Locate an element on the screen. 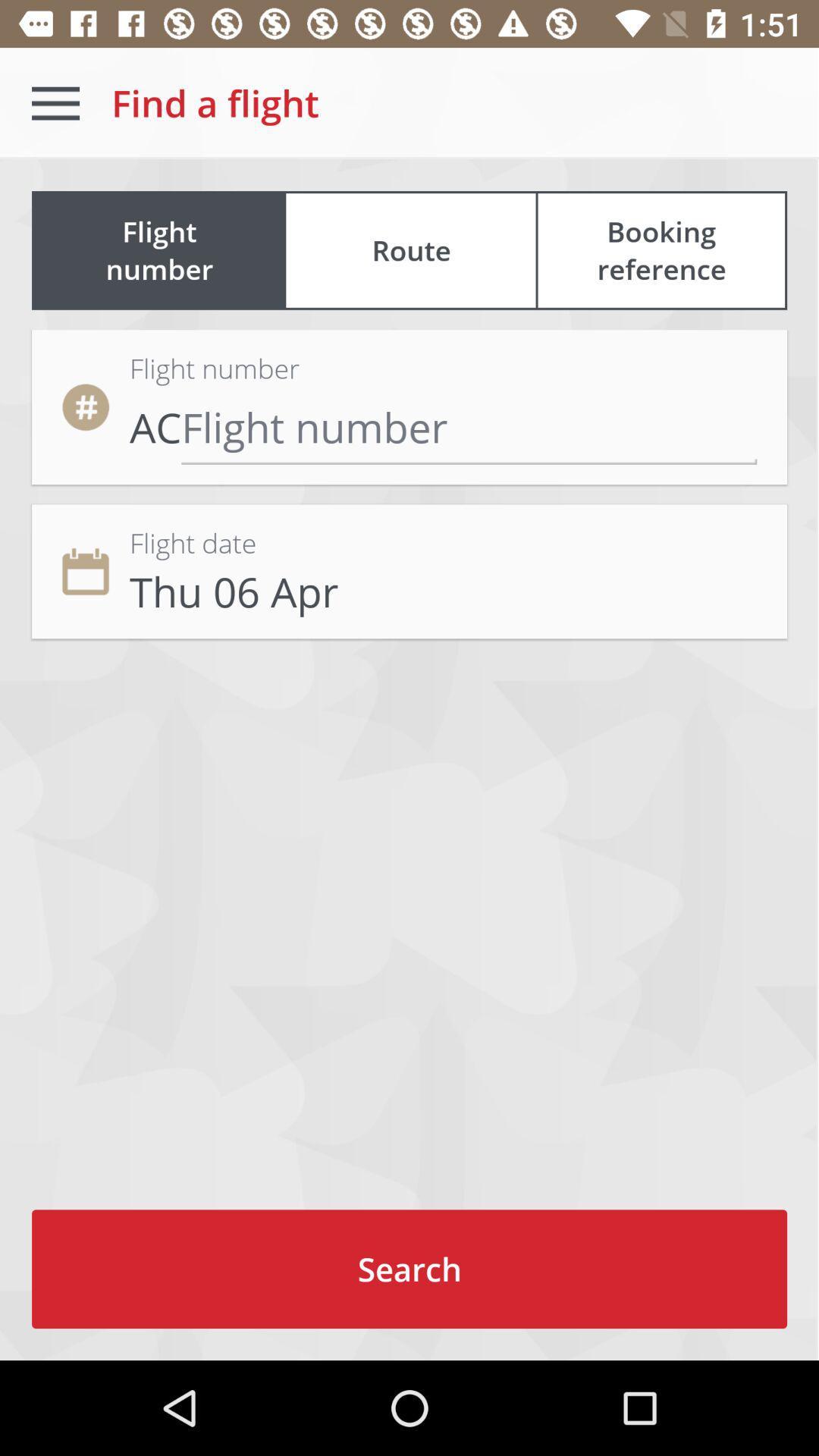  flight number input area is located at coordinates (468, 426).